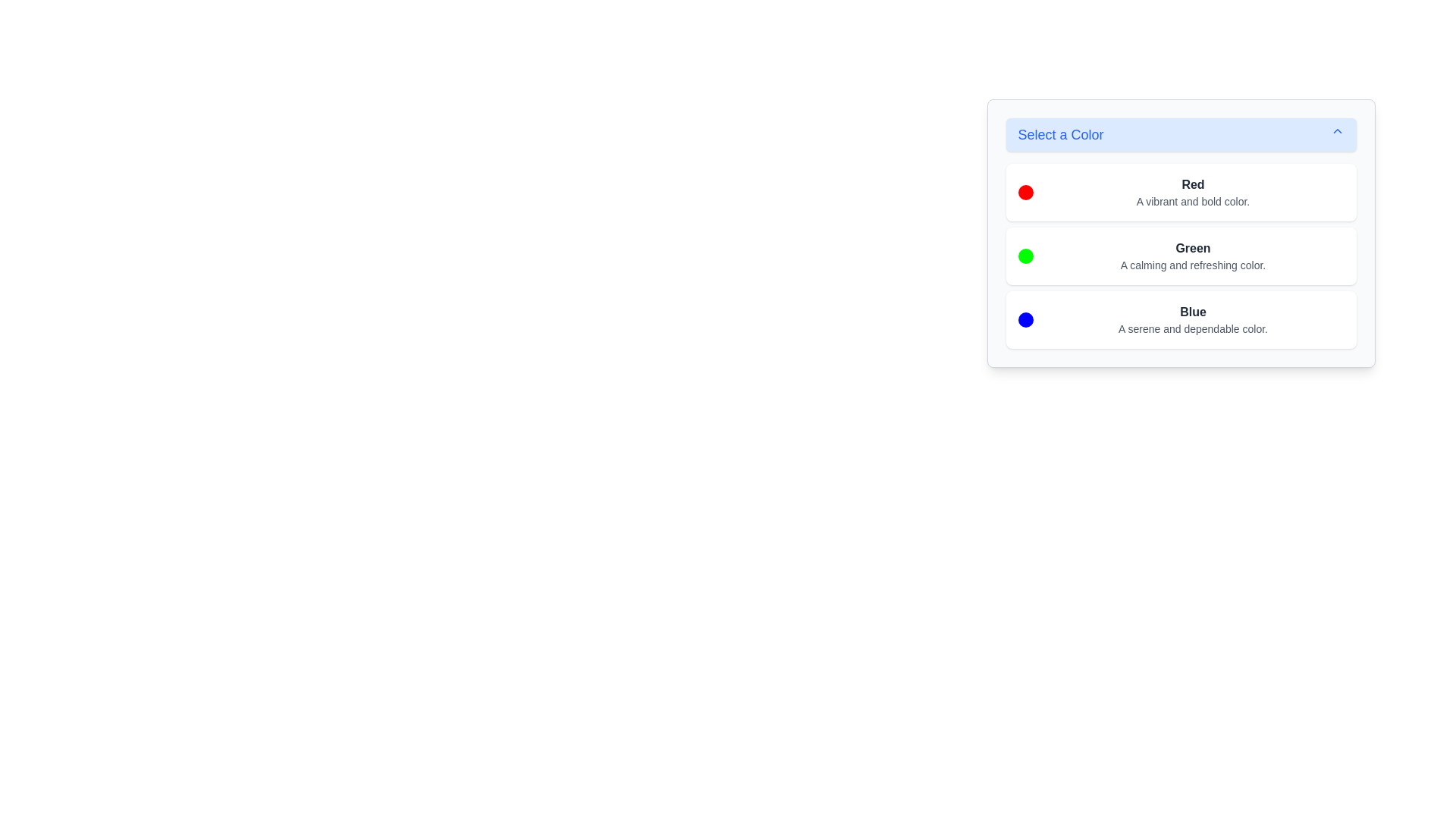 This screenshot has height=819, width=1456. I want to click on the color indicator for the 'Green' option, which is a circular element located at the leftmost section of the row representing 'Green' in the color selection list, so click(1025, 256).